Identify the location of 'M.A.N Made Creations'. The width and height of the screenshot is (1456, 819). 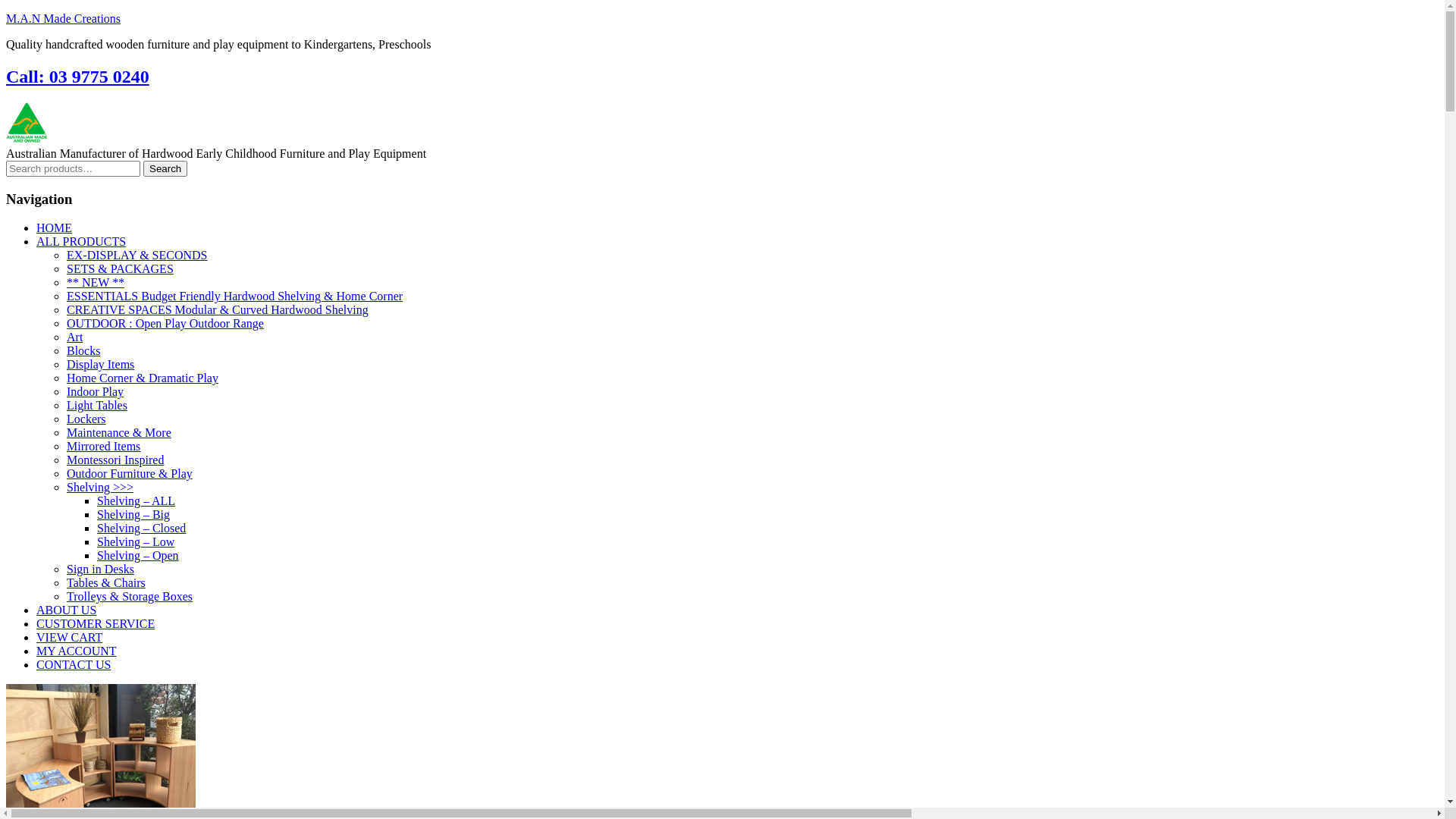
(62, 18).